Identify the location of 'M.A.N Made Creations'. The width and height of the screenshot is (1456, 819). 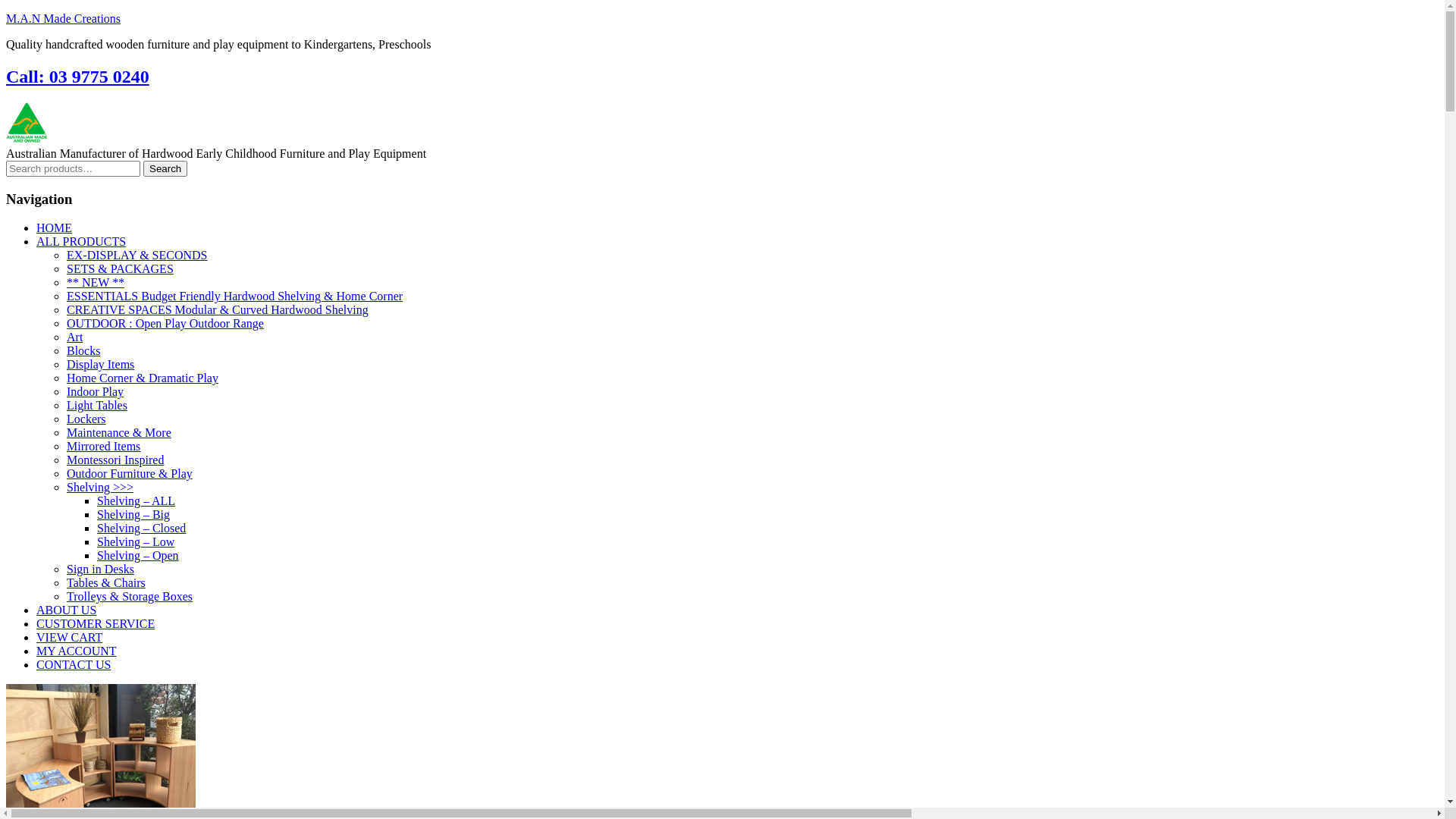
(62, 18).